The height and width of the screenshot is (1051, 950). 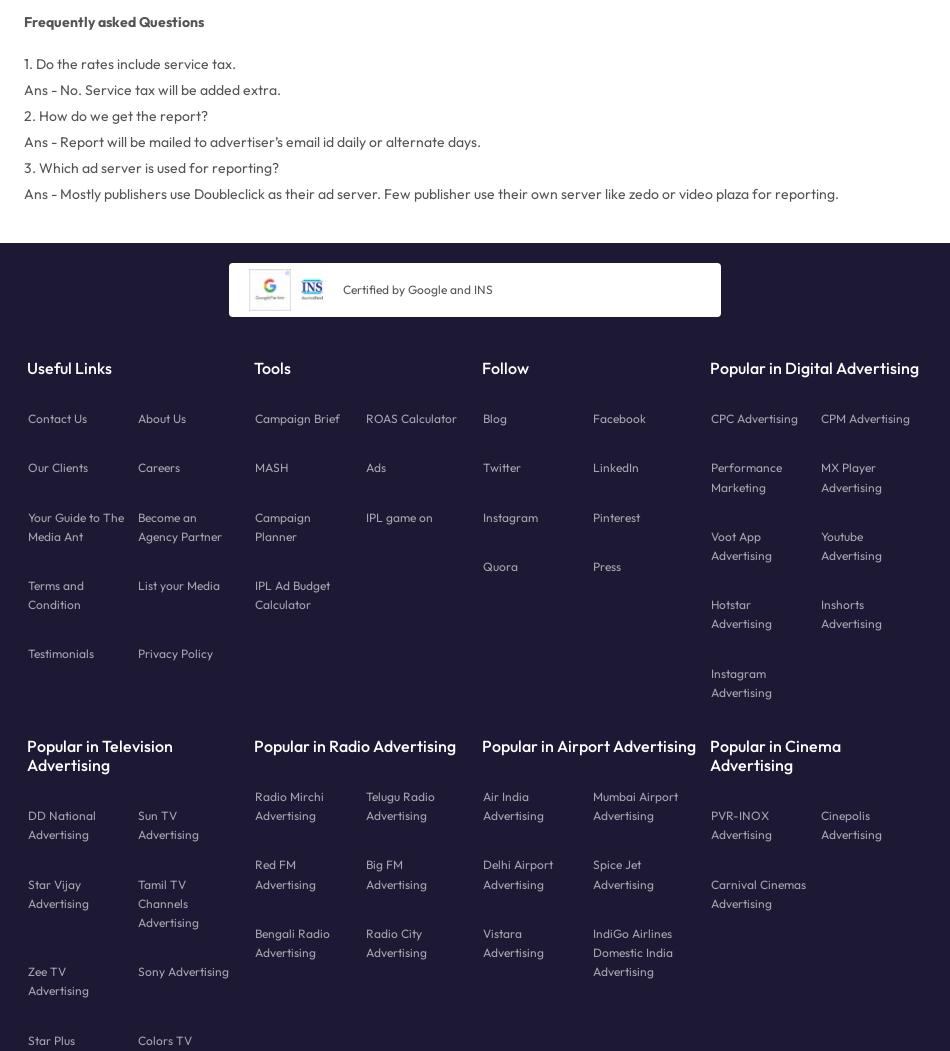 I want to click on 'About Us', so click(x=138, y=417).